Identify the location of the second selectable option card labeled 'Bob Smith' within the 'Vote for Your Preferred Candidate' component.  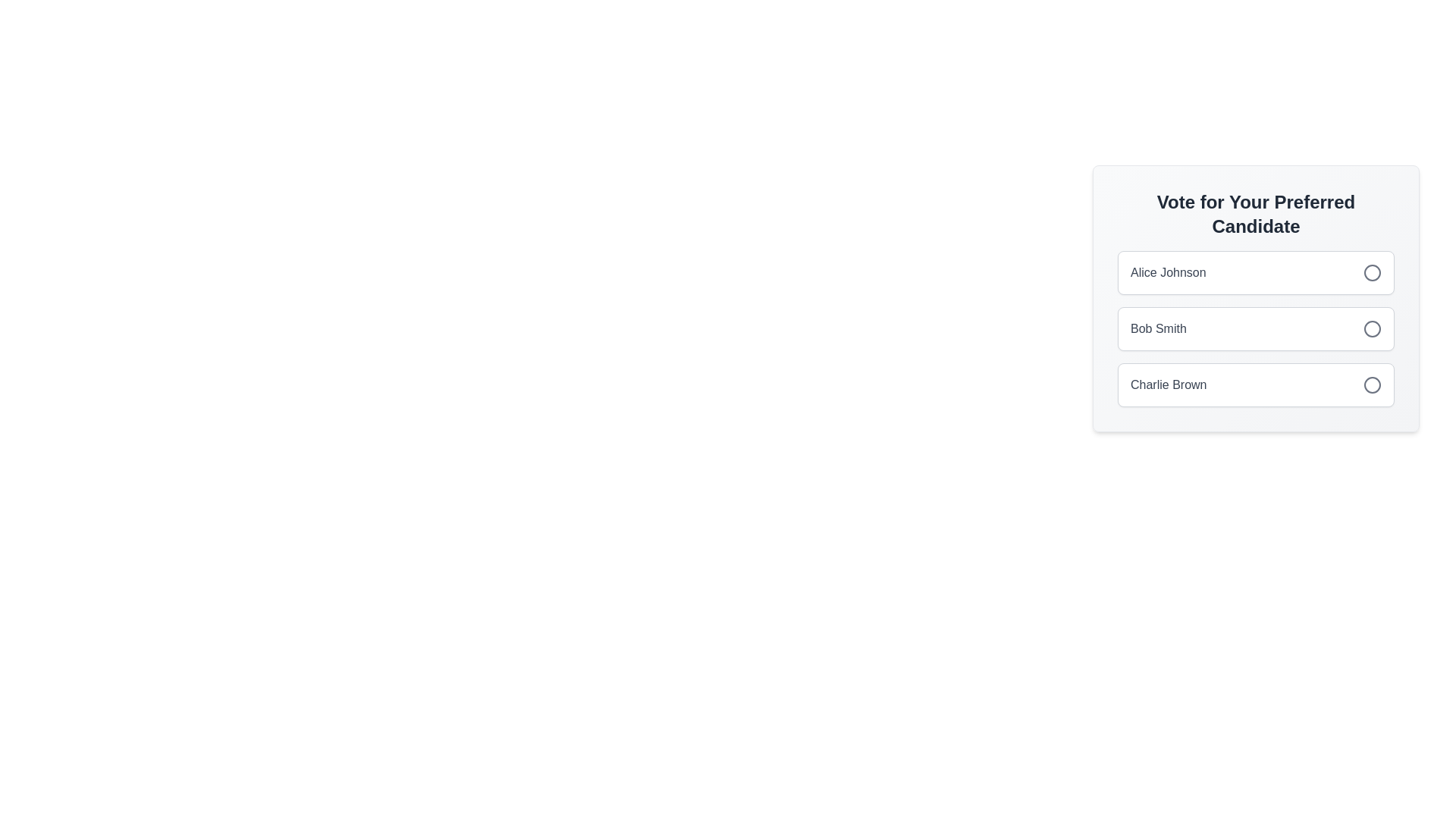
(1256, 328).